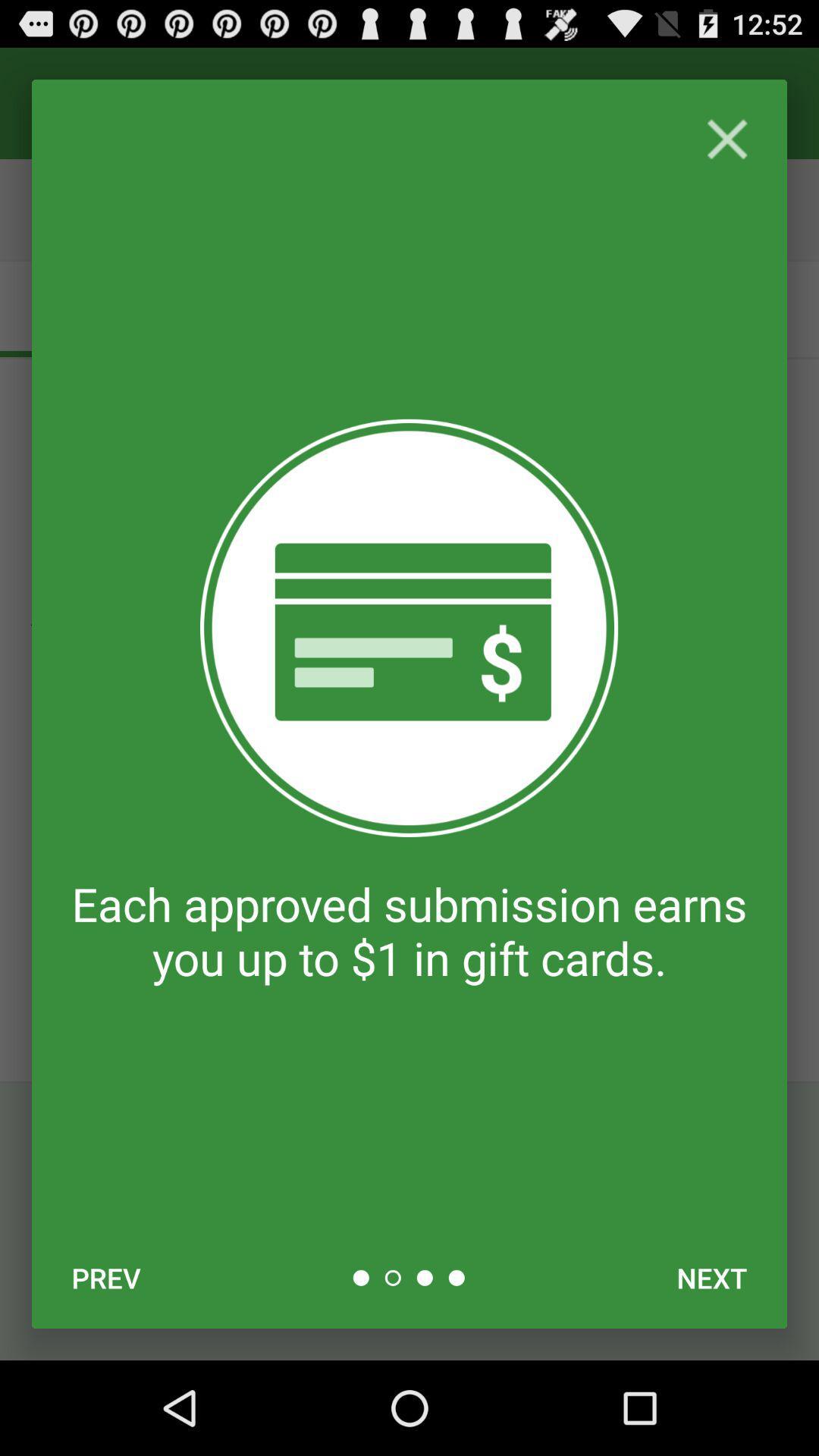 This screenshot has height=1456, width=819. What do you see at coordinates (711, 1277) in the screenshot?
I see `the item below the each approved submission icon` at bounding box center [711, 1277].